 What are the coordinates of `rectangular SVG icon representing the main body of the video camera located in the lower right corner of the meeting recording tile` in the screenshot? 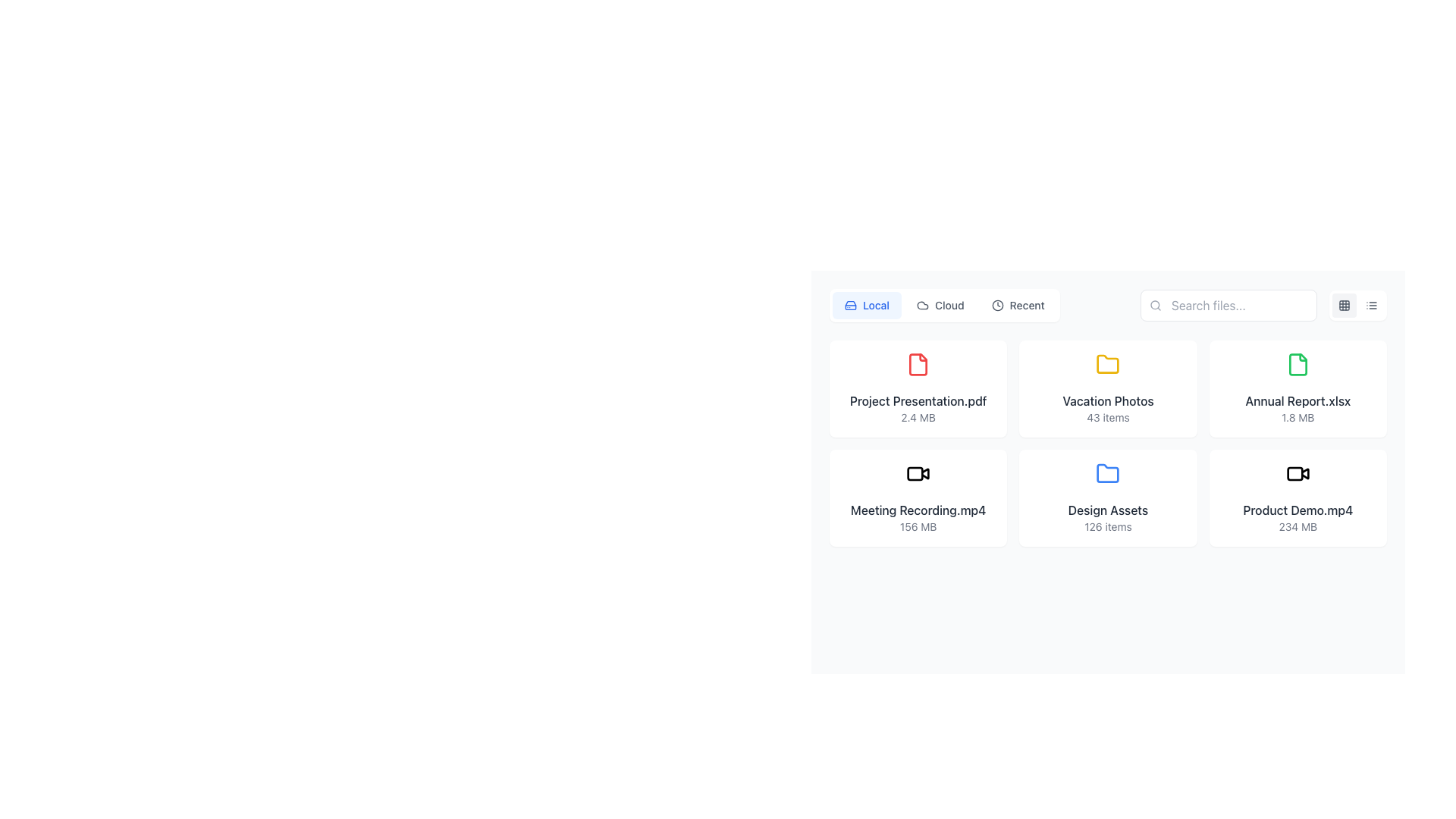 It's located at (915, 472).